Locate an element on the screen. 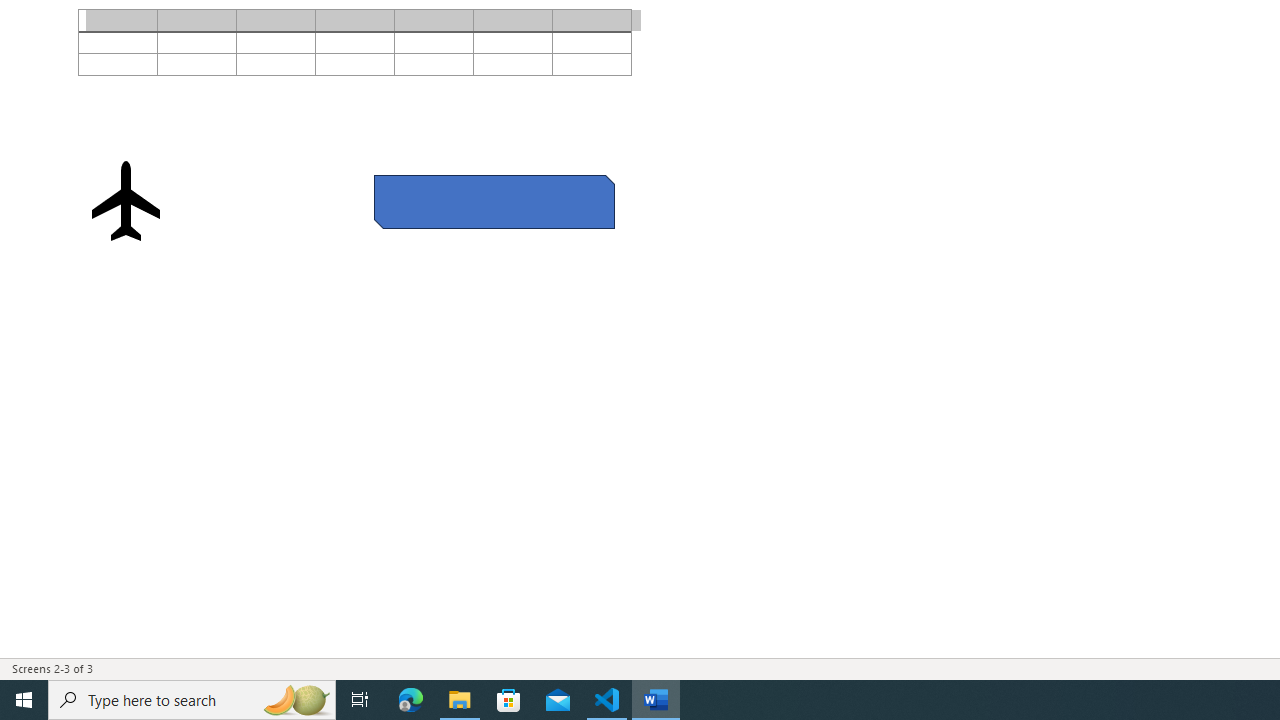 Image resolution: width=1280 pixels, height=720 pixels. 'Airplane with solid fill' is located at coordinates (125, 200).